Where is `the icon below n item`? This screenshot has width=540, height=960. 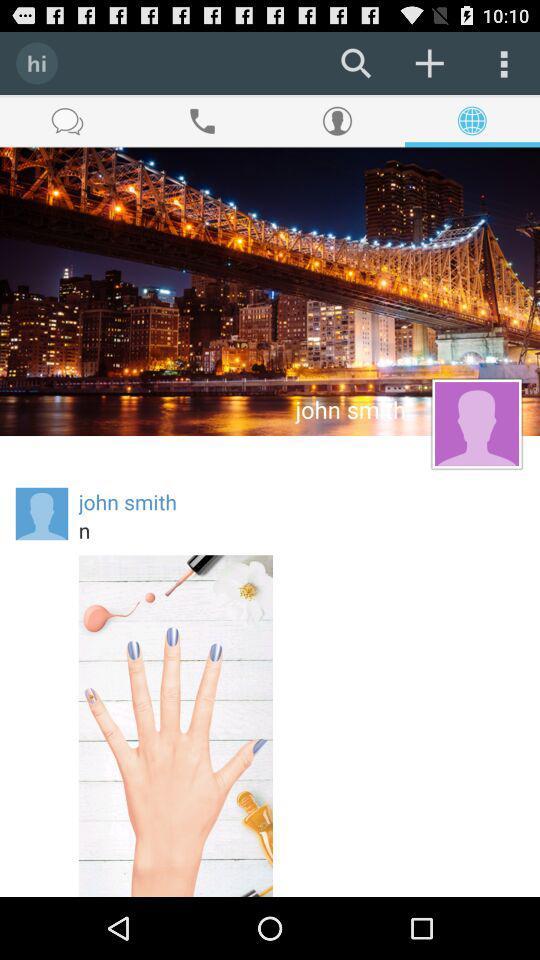 the icon below n item is located at coordinates (175, 724).